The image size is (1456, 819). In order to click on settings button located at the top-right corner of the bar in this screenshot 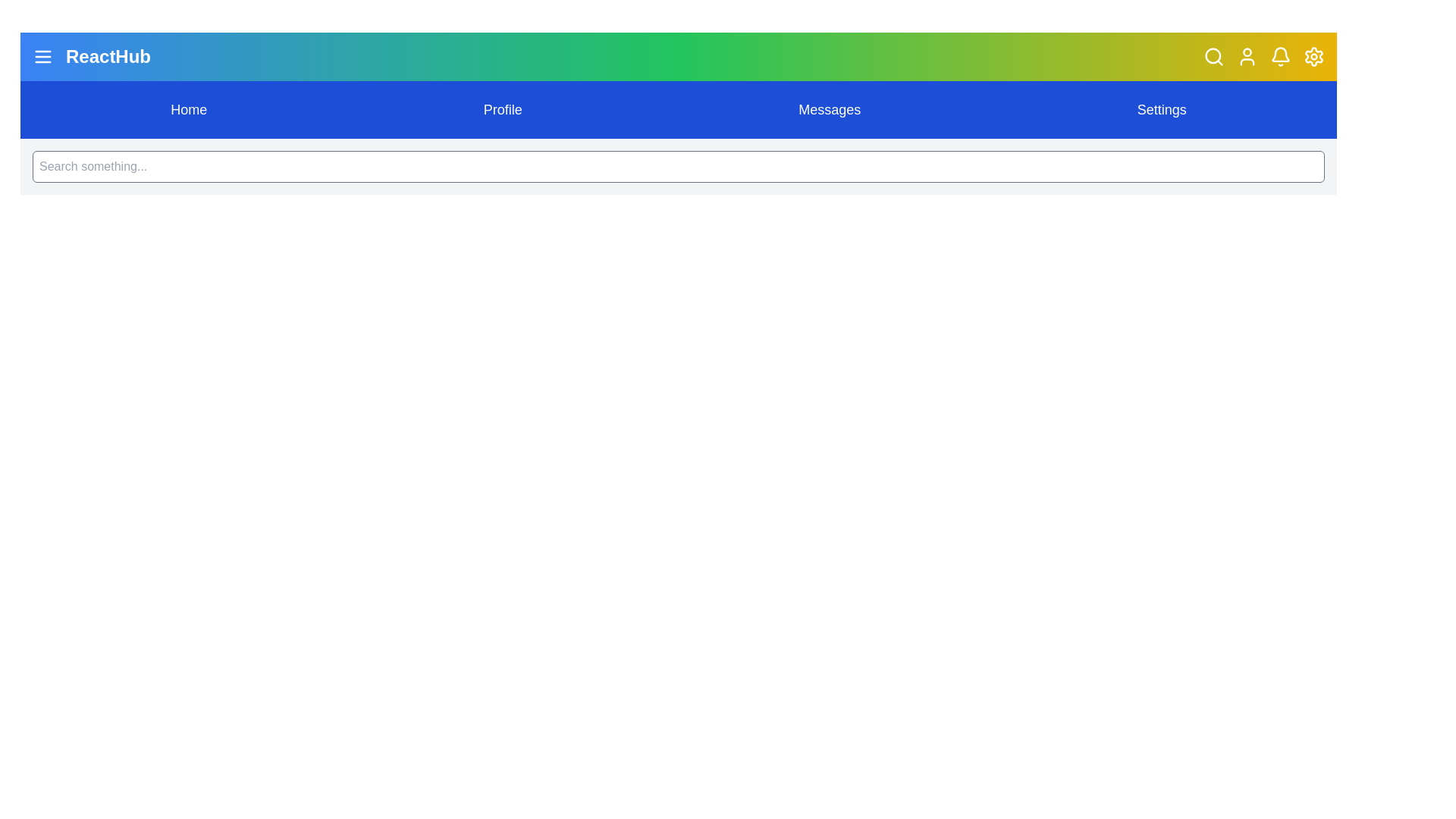, I will do `click(1313, 55)`.